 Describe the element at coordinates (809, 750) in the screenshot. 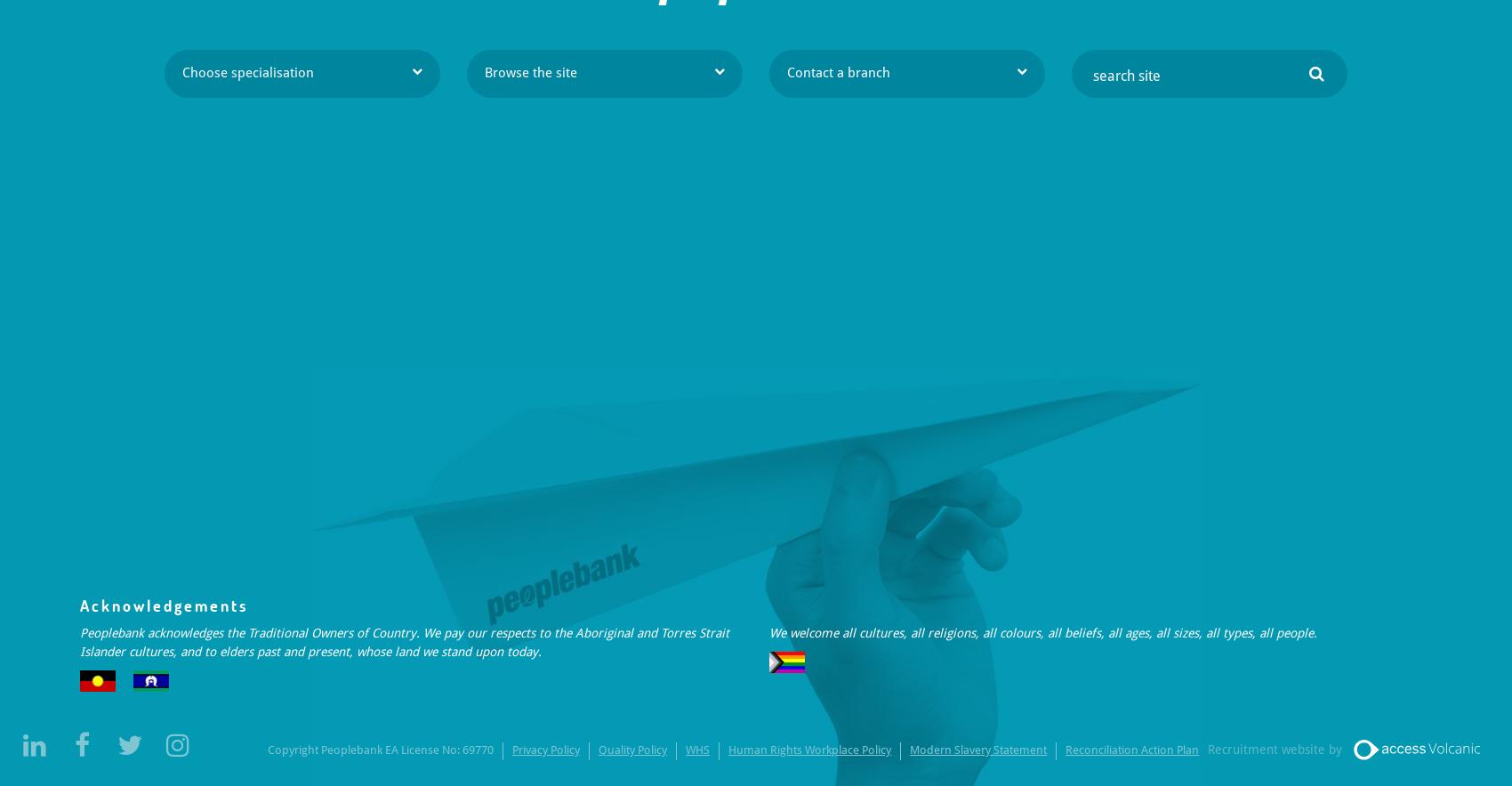

I see `'Human Rights Workplace Policy'` at that location.